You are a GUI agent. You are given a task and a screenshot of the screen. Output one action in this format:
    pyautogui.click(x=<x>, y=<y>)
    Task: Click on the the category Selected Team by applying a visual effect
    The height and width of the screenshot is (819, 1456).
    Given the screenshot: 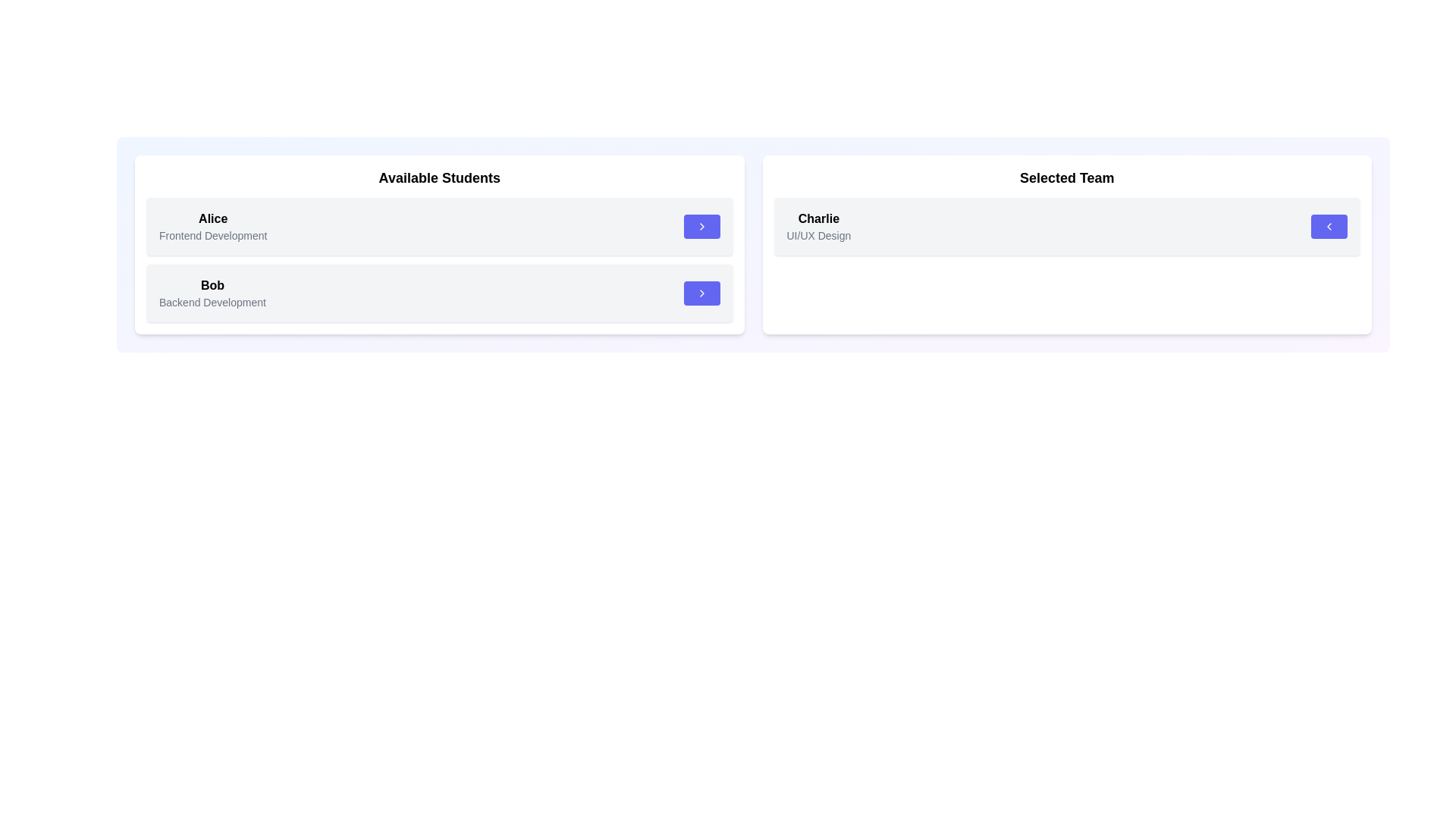 What is the action you would take?
    pyautogui.click(x=1066, y=177)
    